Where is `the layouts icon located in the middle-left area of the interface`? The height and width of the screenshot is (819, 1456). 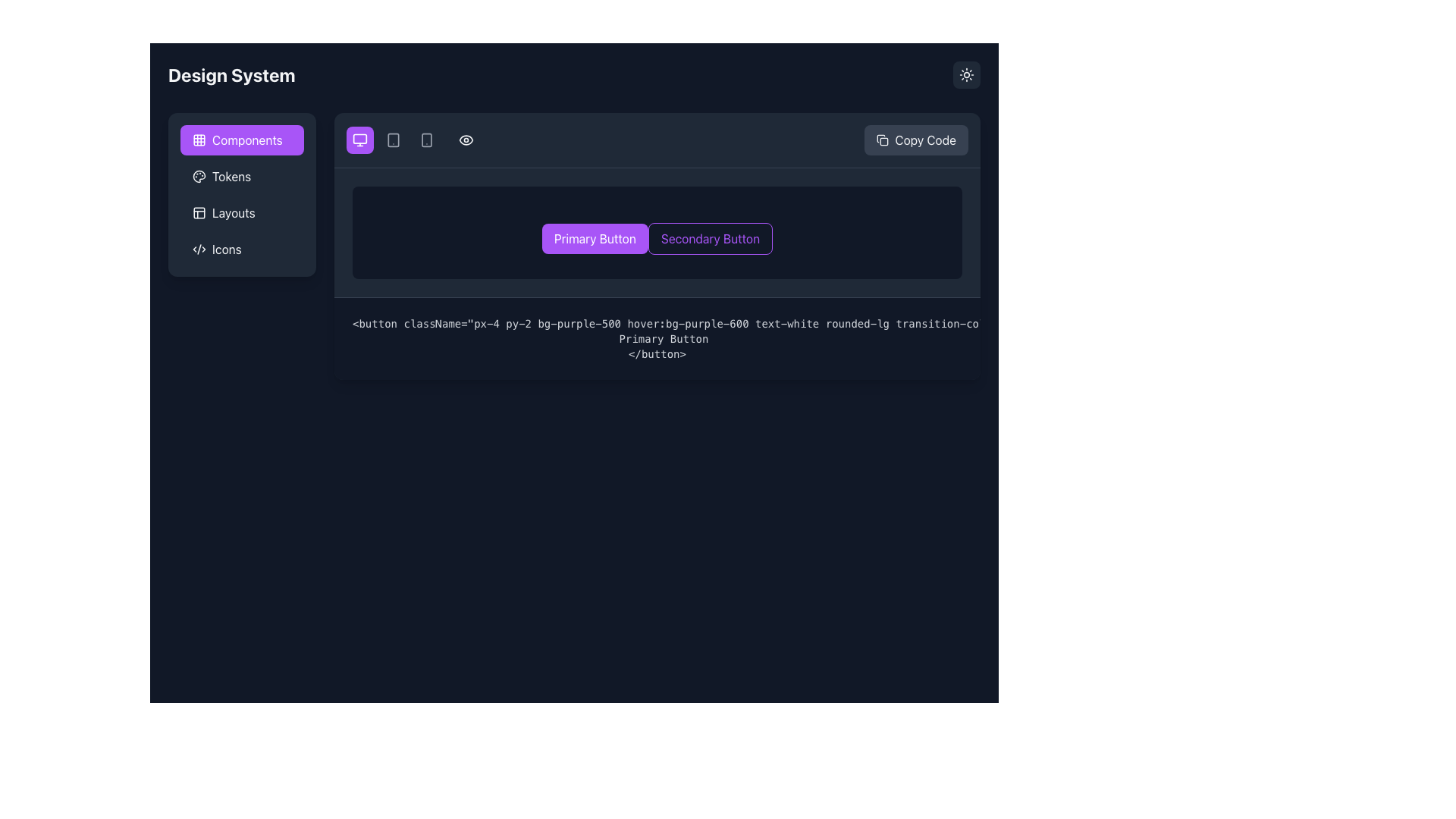
the layouts icon located in the middle-left area of the interface is located at coordinates (199, 213).